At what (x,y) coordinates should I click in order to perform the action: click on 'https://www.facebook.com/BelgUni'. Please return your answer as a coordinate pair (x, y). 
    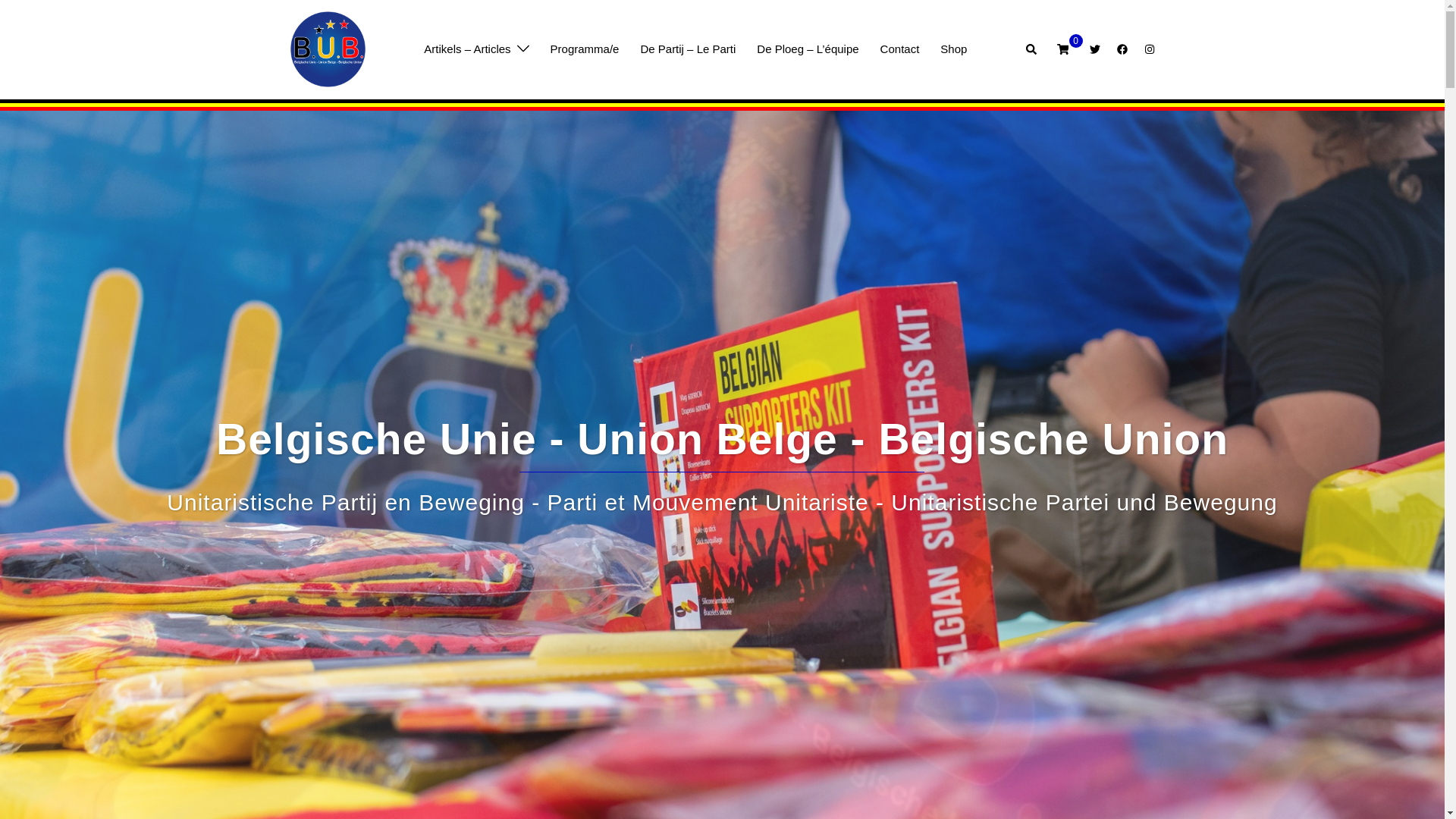
    Looking at the image, I should click on (1121, 47).